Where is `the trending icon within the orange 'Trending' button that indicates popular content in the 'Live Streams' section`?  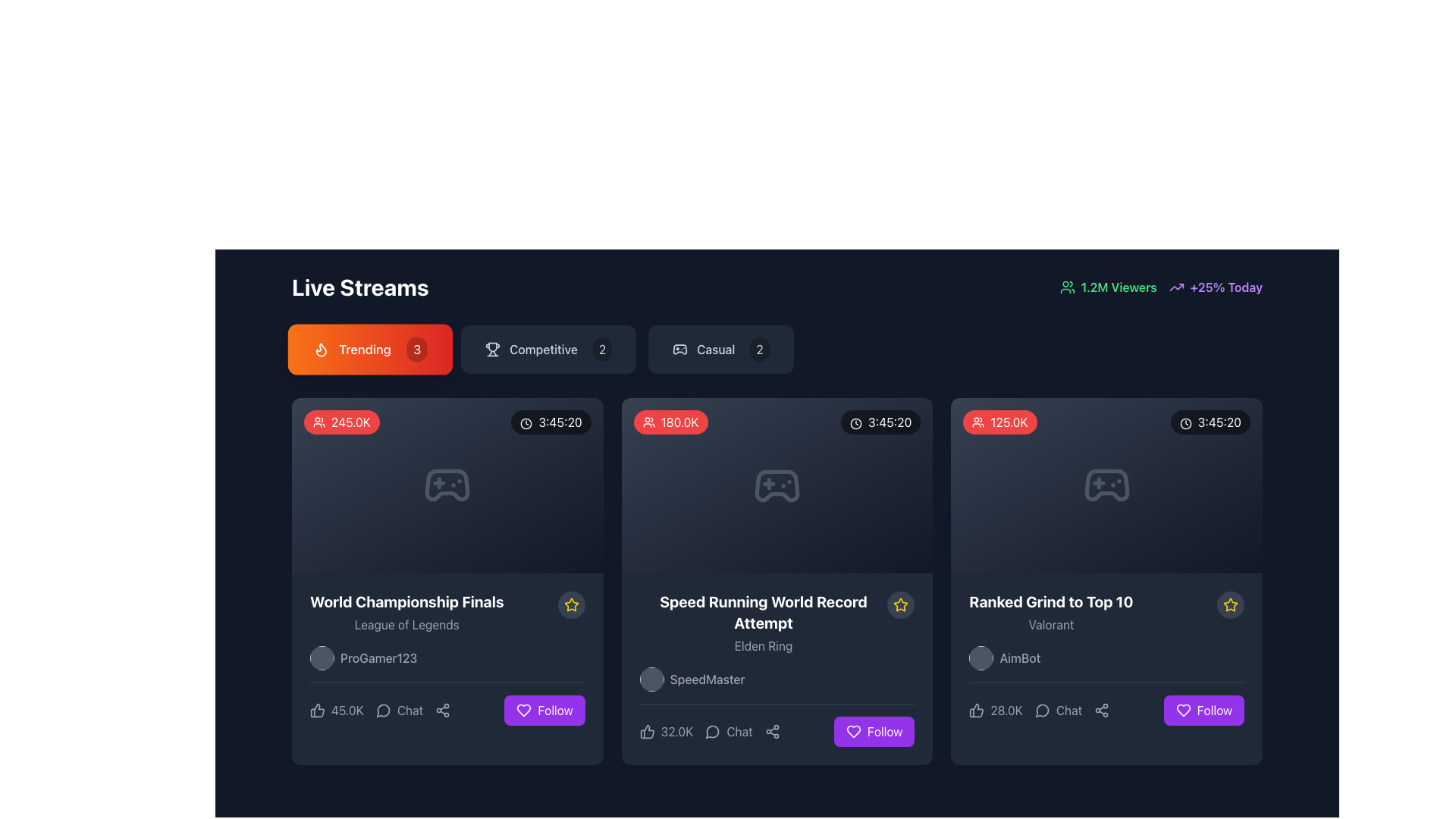 the trending icon within the orange 'Trending' button that indicates popular content in the 'Live Streams' section is located at coordinates (320, 350).